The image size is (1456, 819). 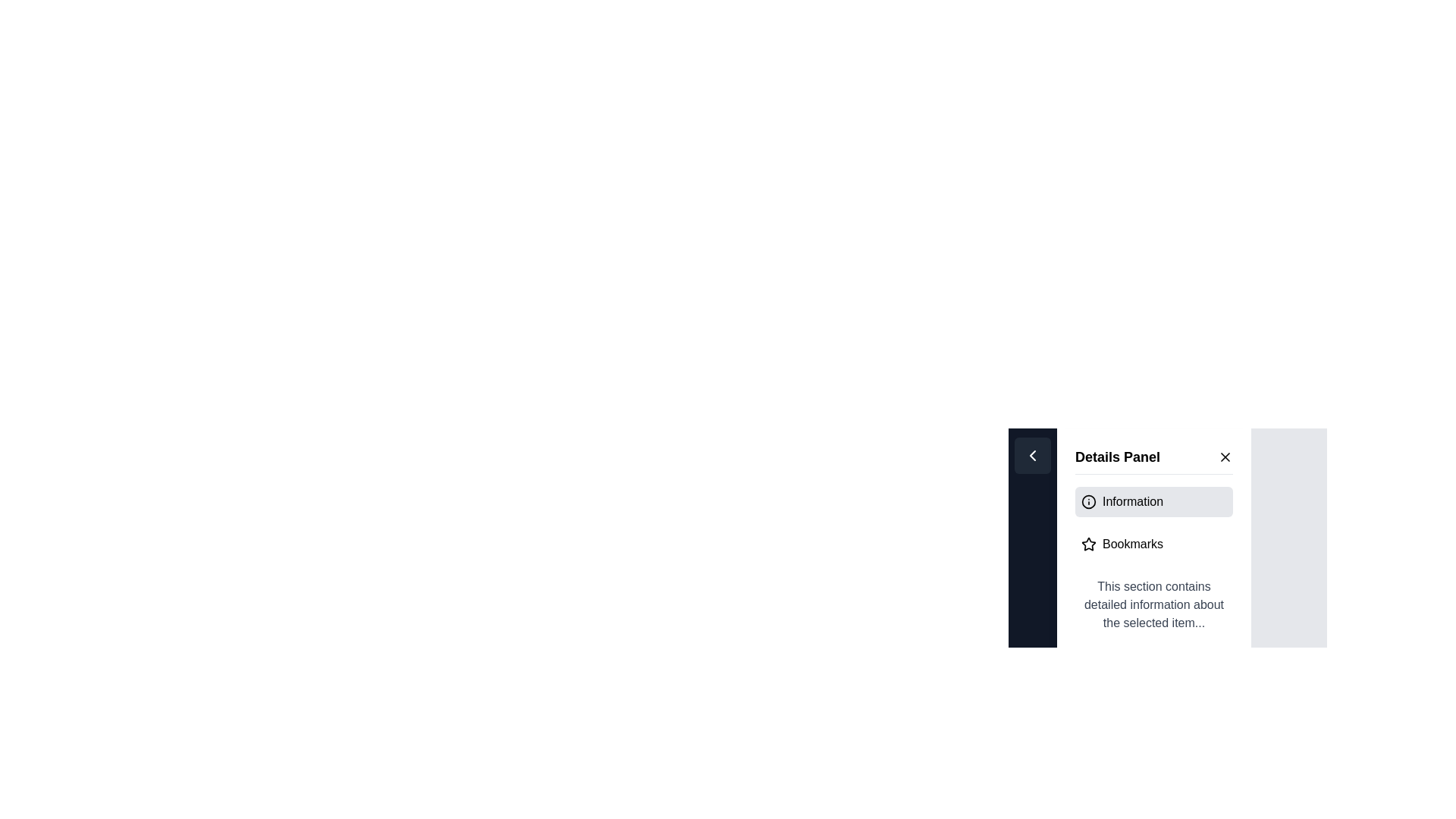 What do you see at coordinates (1032, 455) in the screenshot?
I see `the SVG-based chevron icon located at the top of the navigation panel on the far left side of the UI, which serves as a back or collapse button` at bounding box center [1032, 455].